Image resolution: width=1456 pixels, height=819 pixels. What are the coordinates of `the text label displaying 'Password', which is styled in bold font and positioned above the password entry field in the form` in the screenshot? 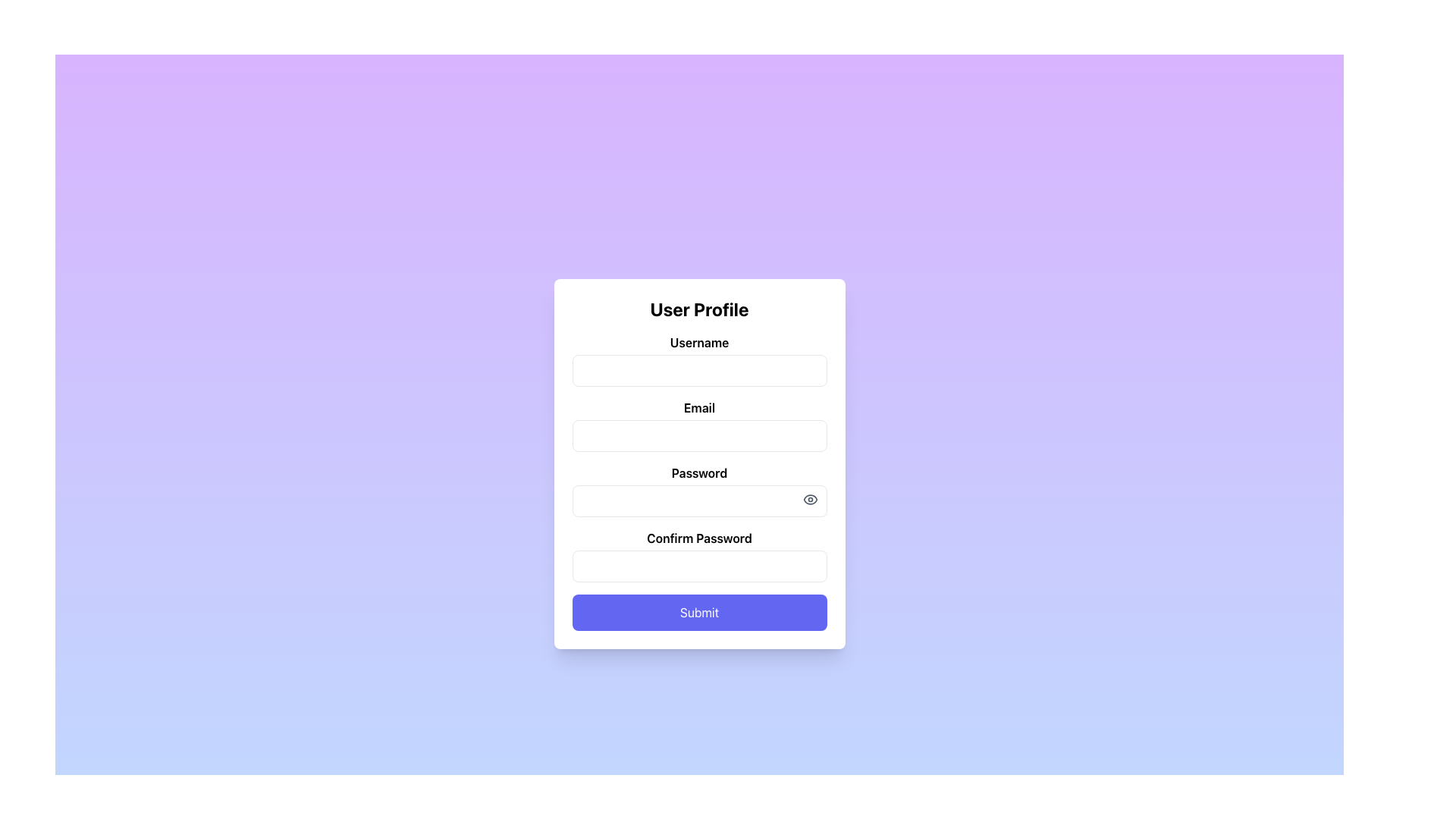 It's located at (698, 472).